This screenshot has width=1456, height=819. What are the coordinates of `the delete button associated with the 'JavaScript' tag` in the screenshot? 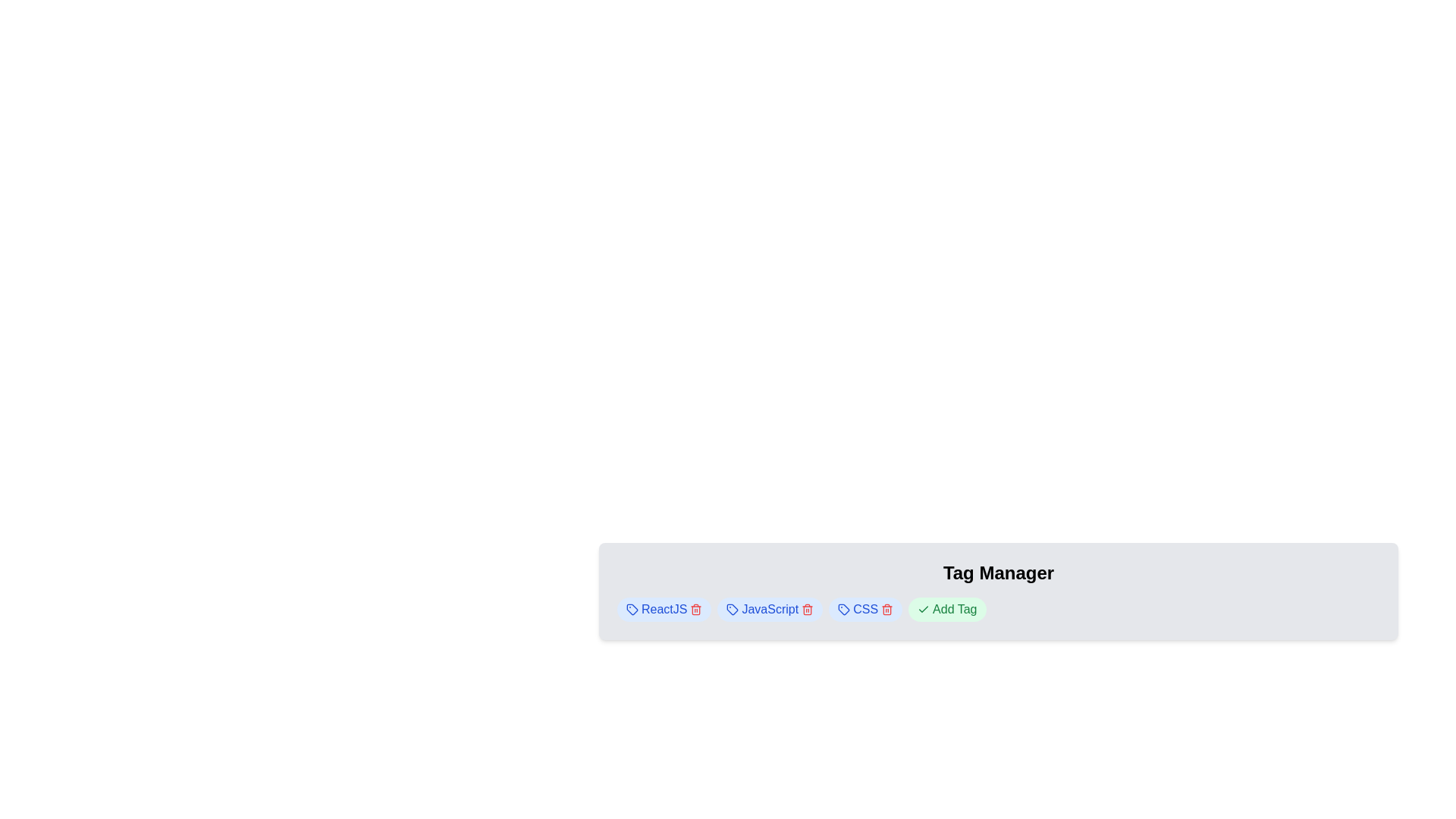 It's located at (807, 608).